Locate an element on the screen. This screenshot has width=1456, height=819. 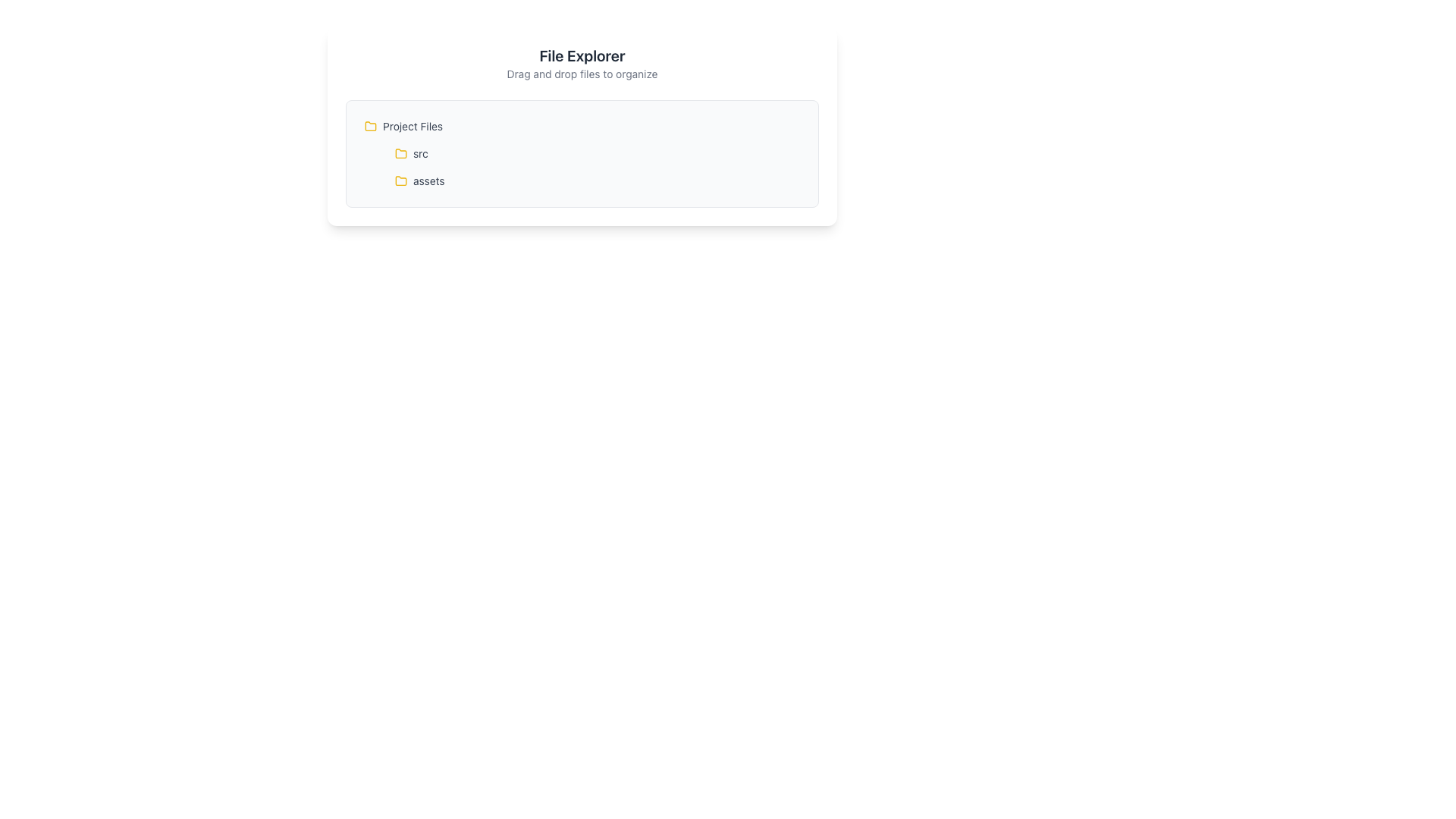
the 'assets' folder icon in the File Explorer is located at coordinates (400, 180).